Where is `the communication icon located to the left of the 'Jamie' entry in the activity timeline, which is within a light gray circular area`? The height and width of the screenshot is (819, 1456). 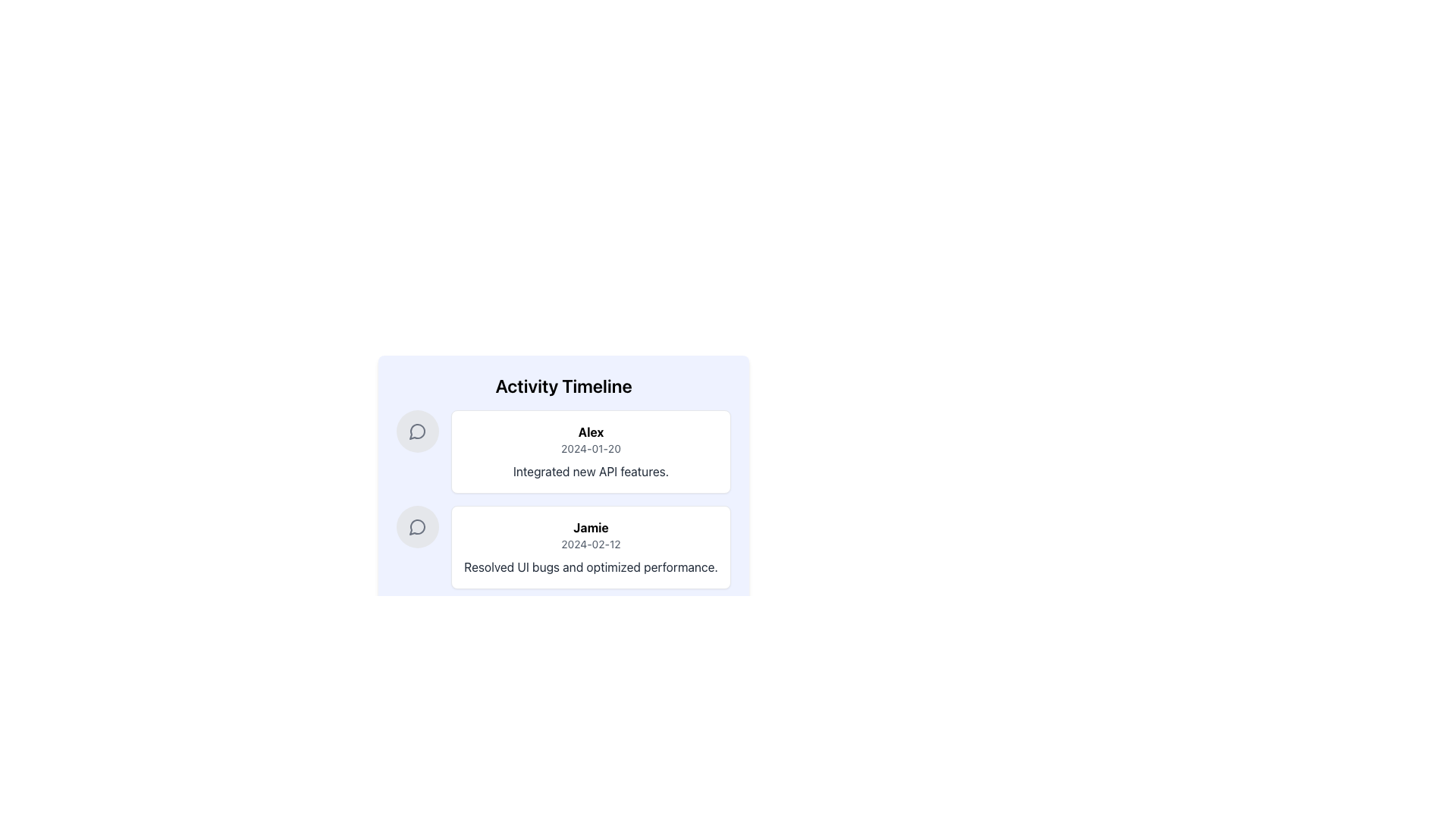
the communication icon located to the left of the 'Jamie' entry in the activity timeline, which is within a light gray circular area is located at coordinates (418, 526).